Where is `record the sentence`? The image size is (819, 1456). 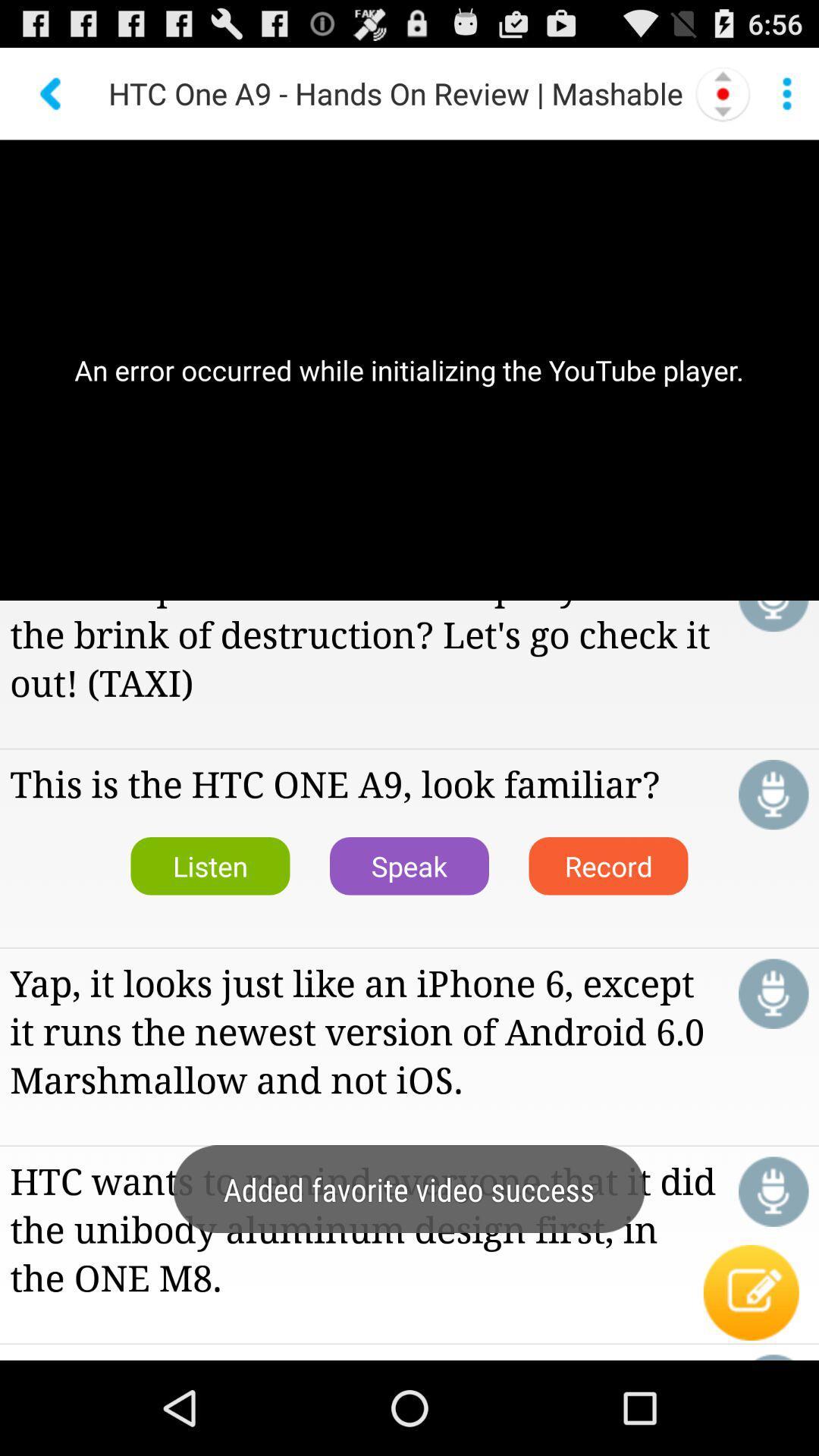 record the sentence is located at coordinates (773, 993).